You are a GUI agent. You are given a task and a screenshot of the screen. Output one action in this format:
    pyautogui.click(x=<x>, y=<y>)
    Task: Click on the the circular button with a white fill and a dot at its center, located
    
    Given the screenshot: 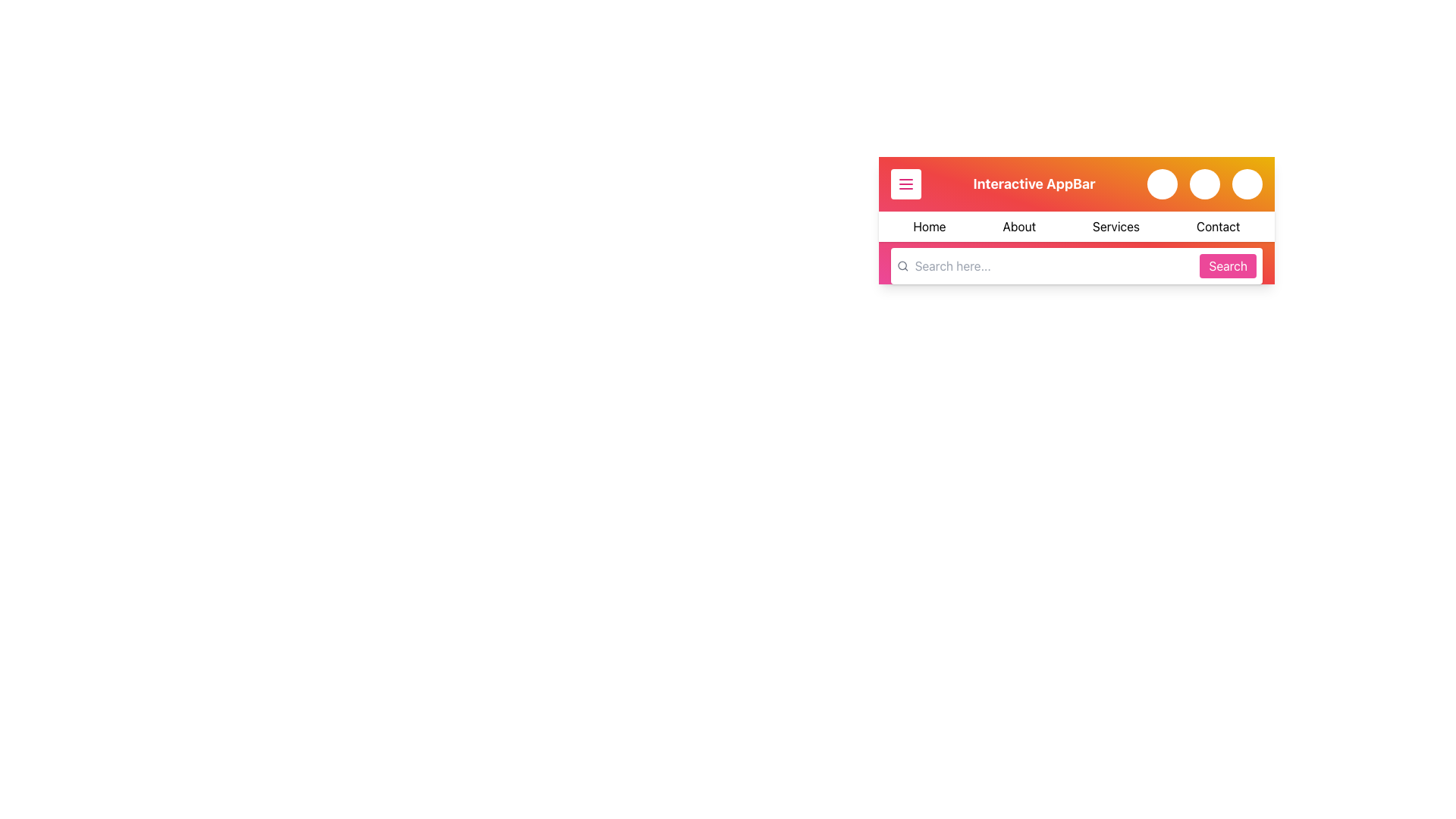 What is the action you would take?
    pyautogui.click(x=1161, y=184)
    